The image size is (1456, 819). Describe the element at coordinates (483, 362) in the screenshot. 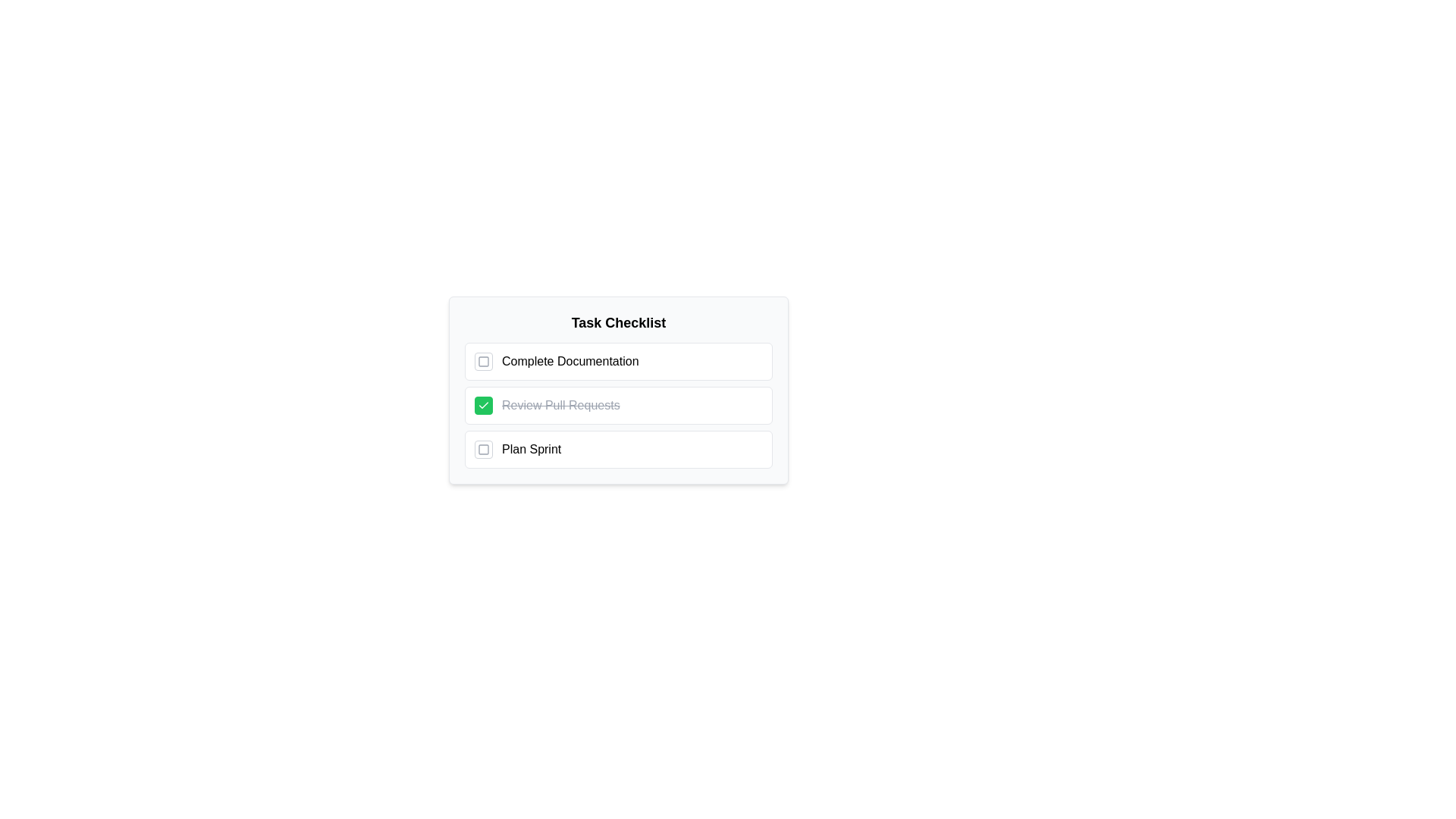

I see `the interactive checkbox button located` at that location.